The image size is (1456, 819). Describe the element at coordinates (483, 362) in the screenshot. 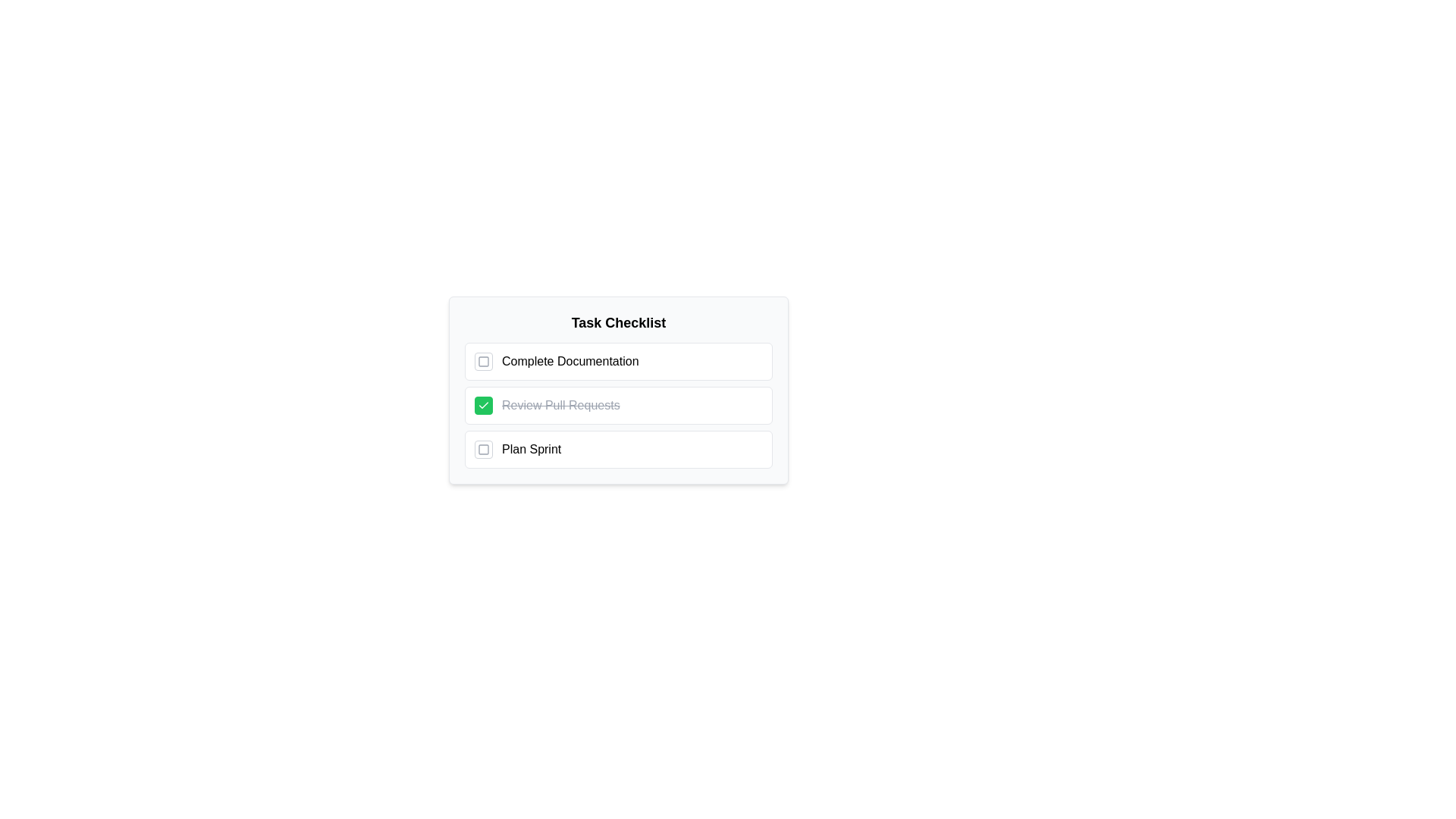

I see `the interactive checkbox button located` at that location.